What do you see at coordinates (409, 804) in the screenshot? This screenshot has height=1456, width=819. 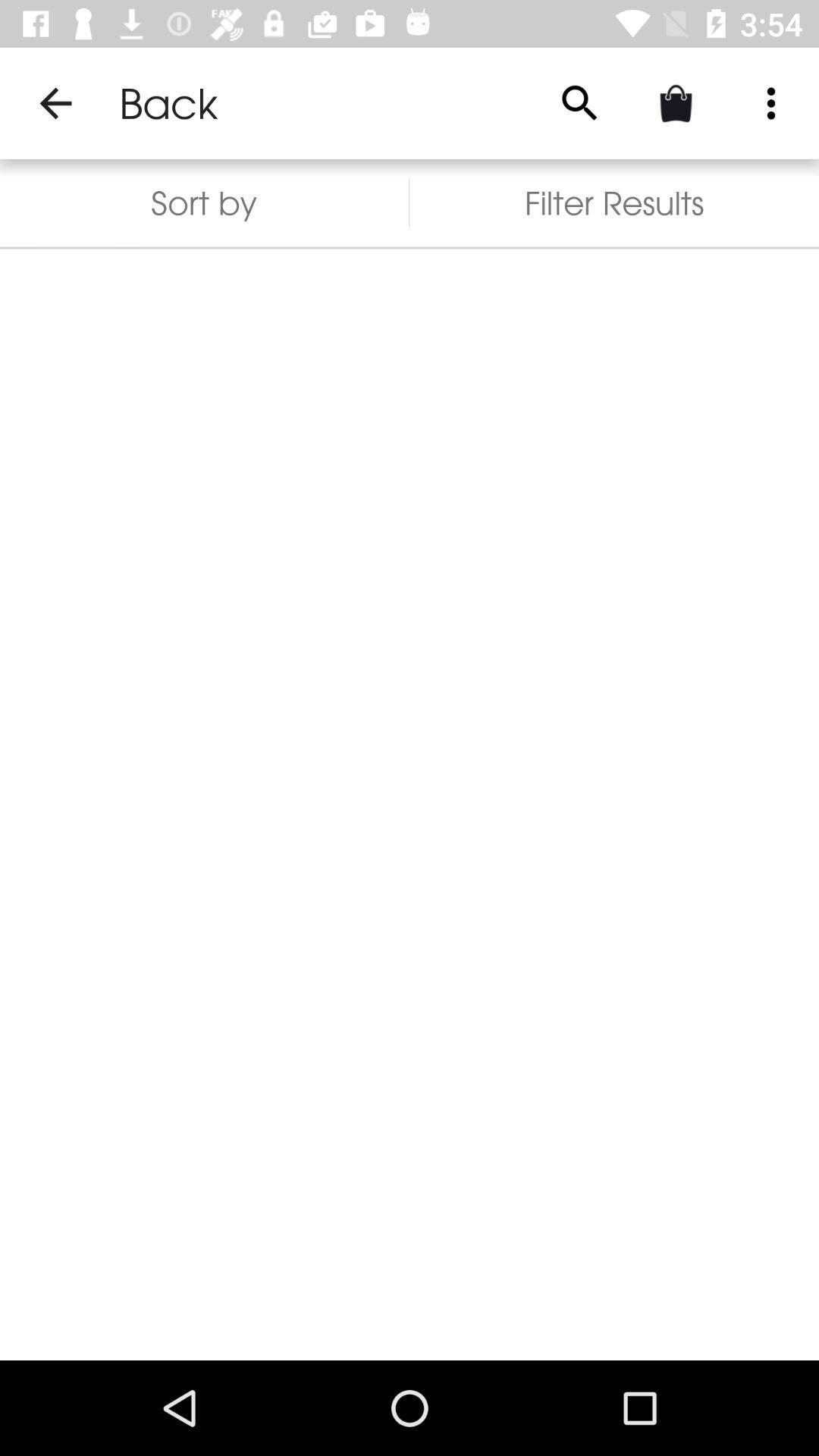 I see `the item at the center` at bounding box center [409, 804].